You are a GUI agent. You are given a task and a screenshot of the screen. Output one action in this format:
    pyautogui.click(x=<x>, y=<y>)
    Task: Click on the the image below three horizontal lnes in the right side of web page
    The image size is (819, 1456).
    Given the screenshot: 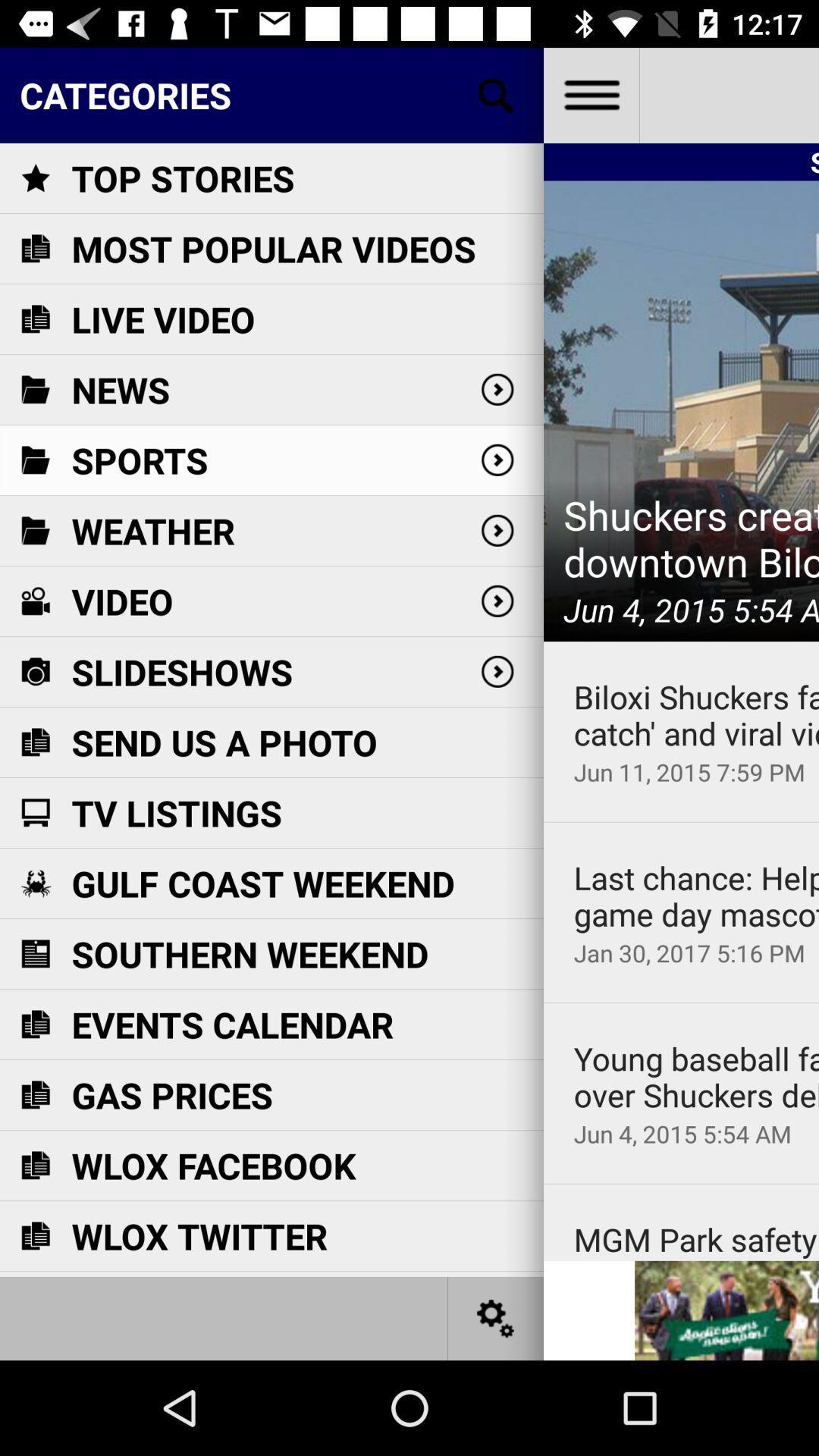 What is the action you would take?
    pyautogui.click(x=680, y=411)
    